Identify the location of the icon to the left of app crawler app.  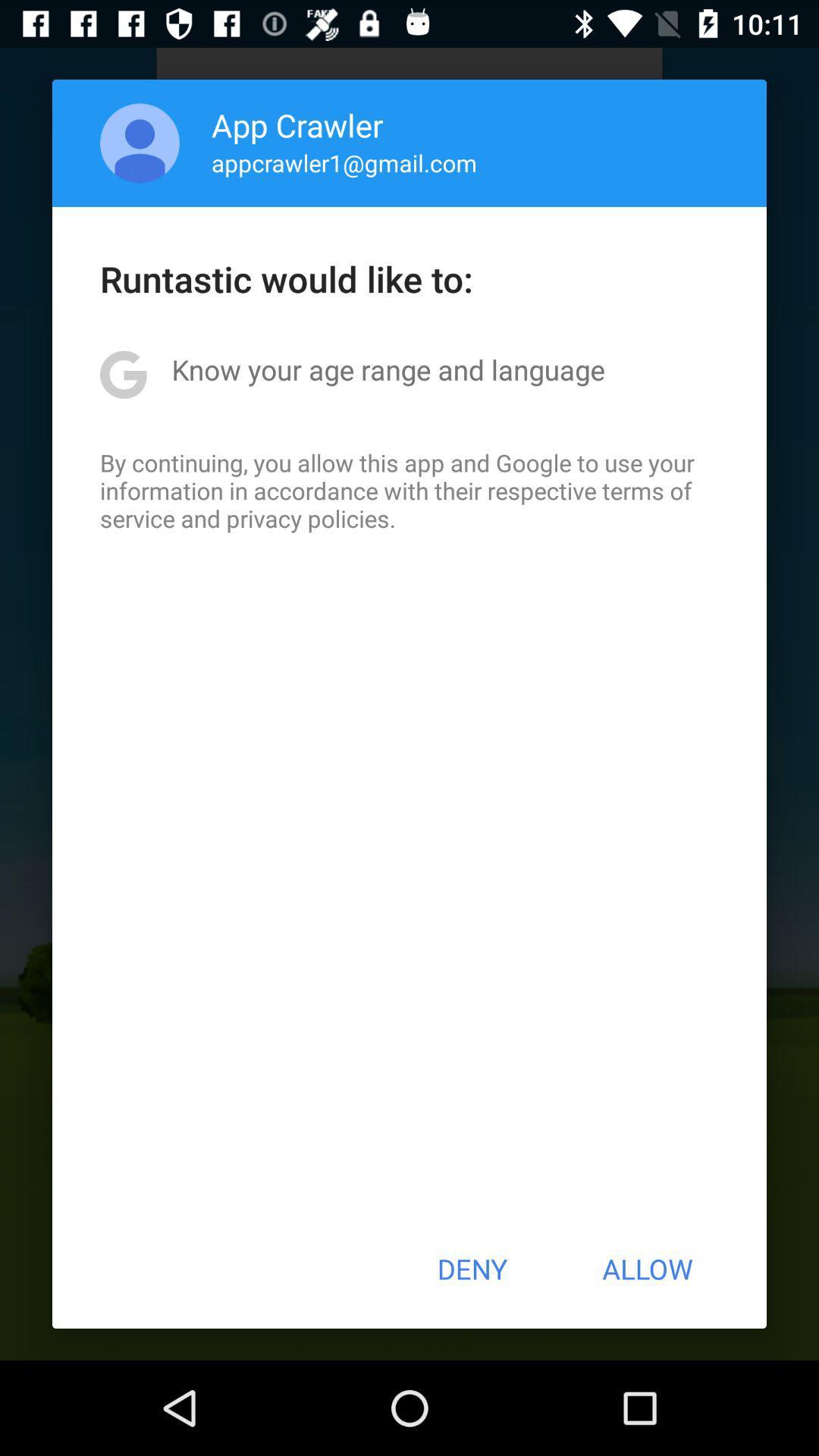
(140, 143).